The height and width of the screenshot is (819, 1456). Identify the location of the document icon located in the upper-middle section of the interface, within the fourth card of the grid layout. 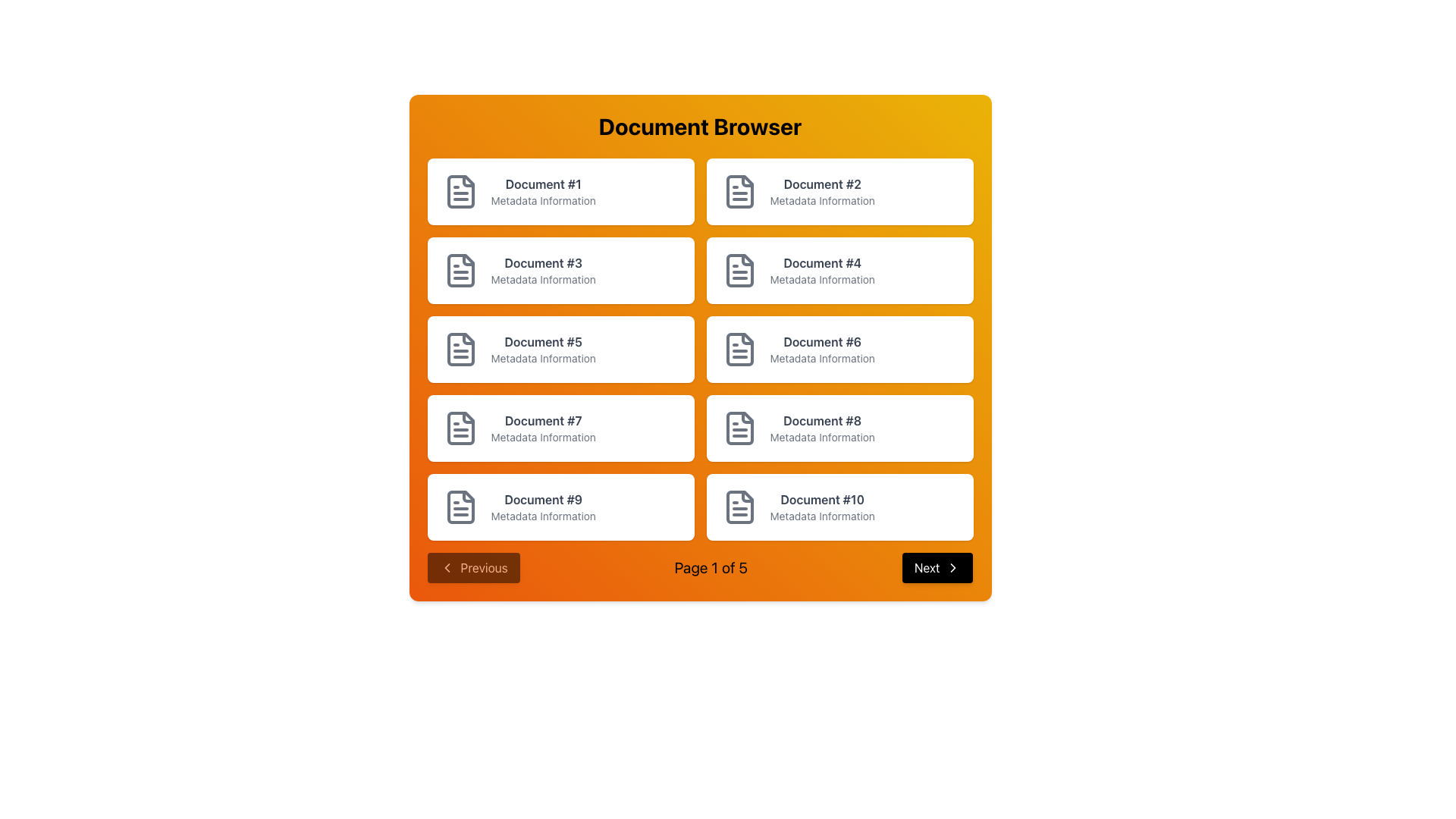
(739, 270).